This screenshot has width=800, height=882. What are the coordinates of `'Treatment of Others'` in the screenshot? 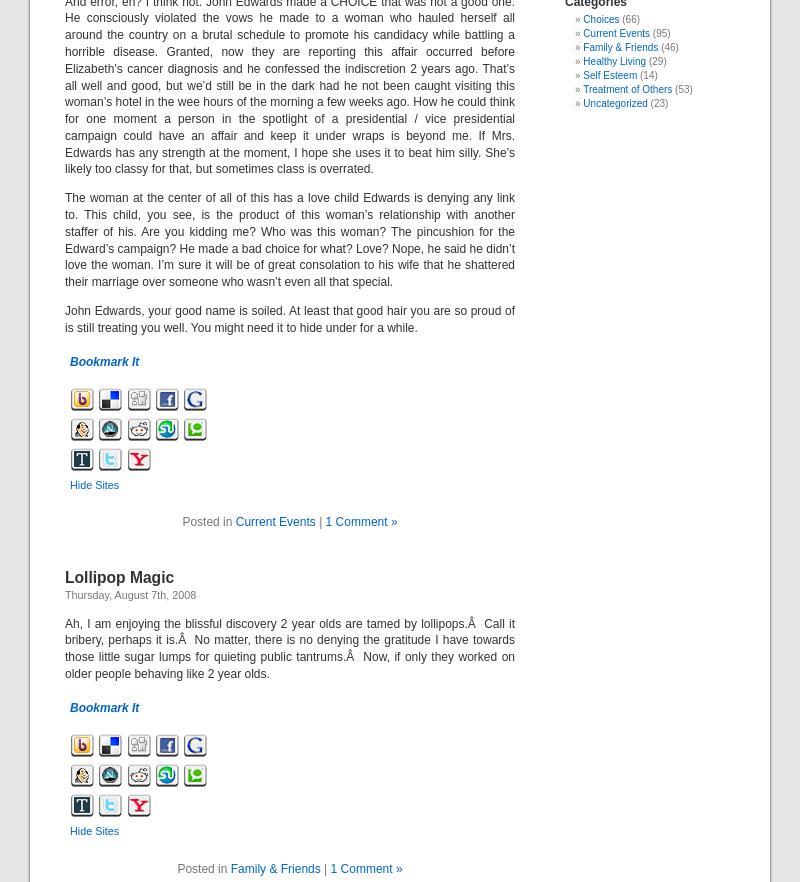 It's located at (627, 89).